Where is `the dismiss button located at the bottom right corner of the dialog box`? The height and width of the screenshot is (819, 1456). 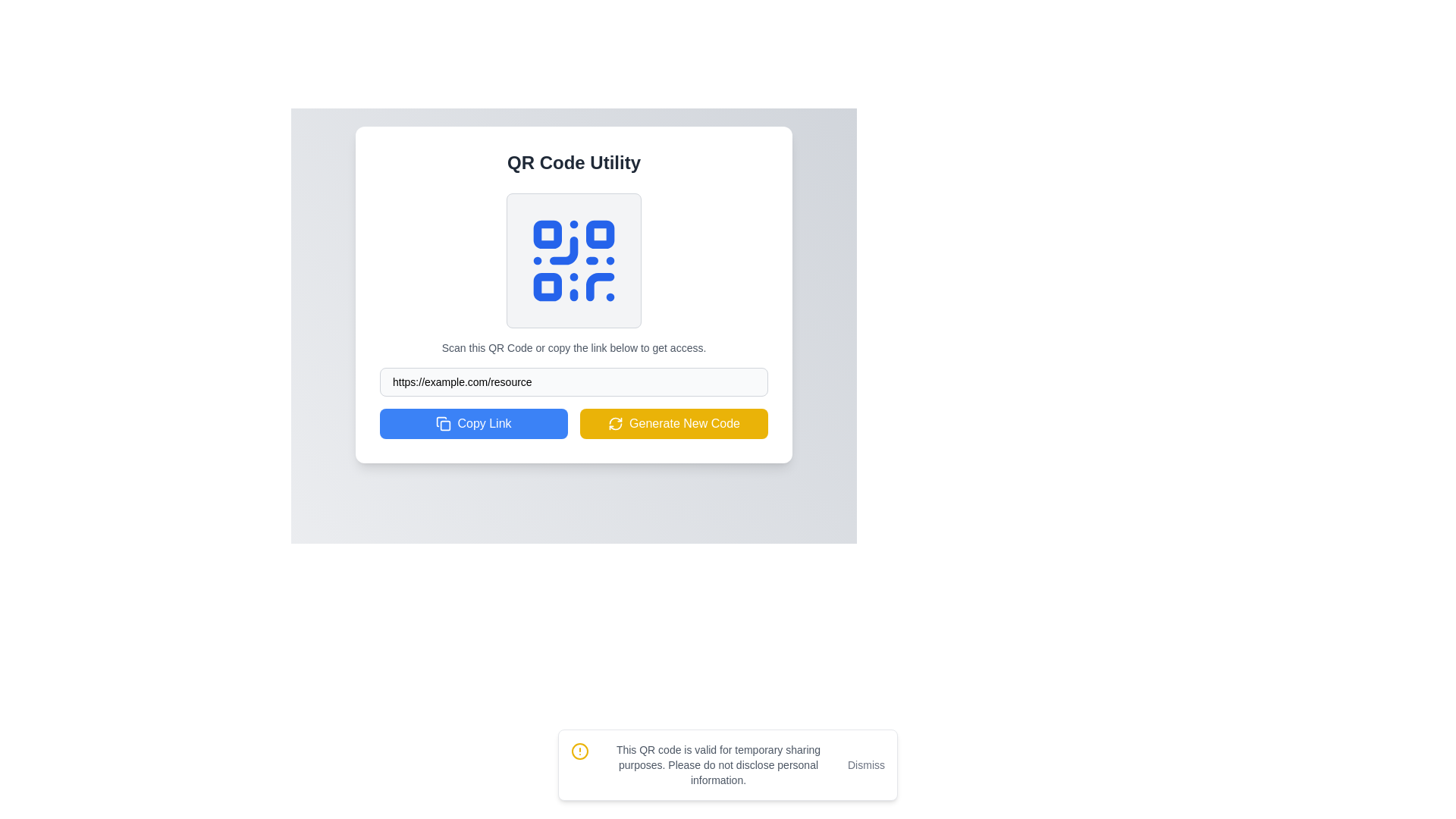
the dismiss button located at the bottom right corner of the dialog box is located at coordinates (866, 765).